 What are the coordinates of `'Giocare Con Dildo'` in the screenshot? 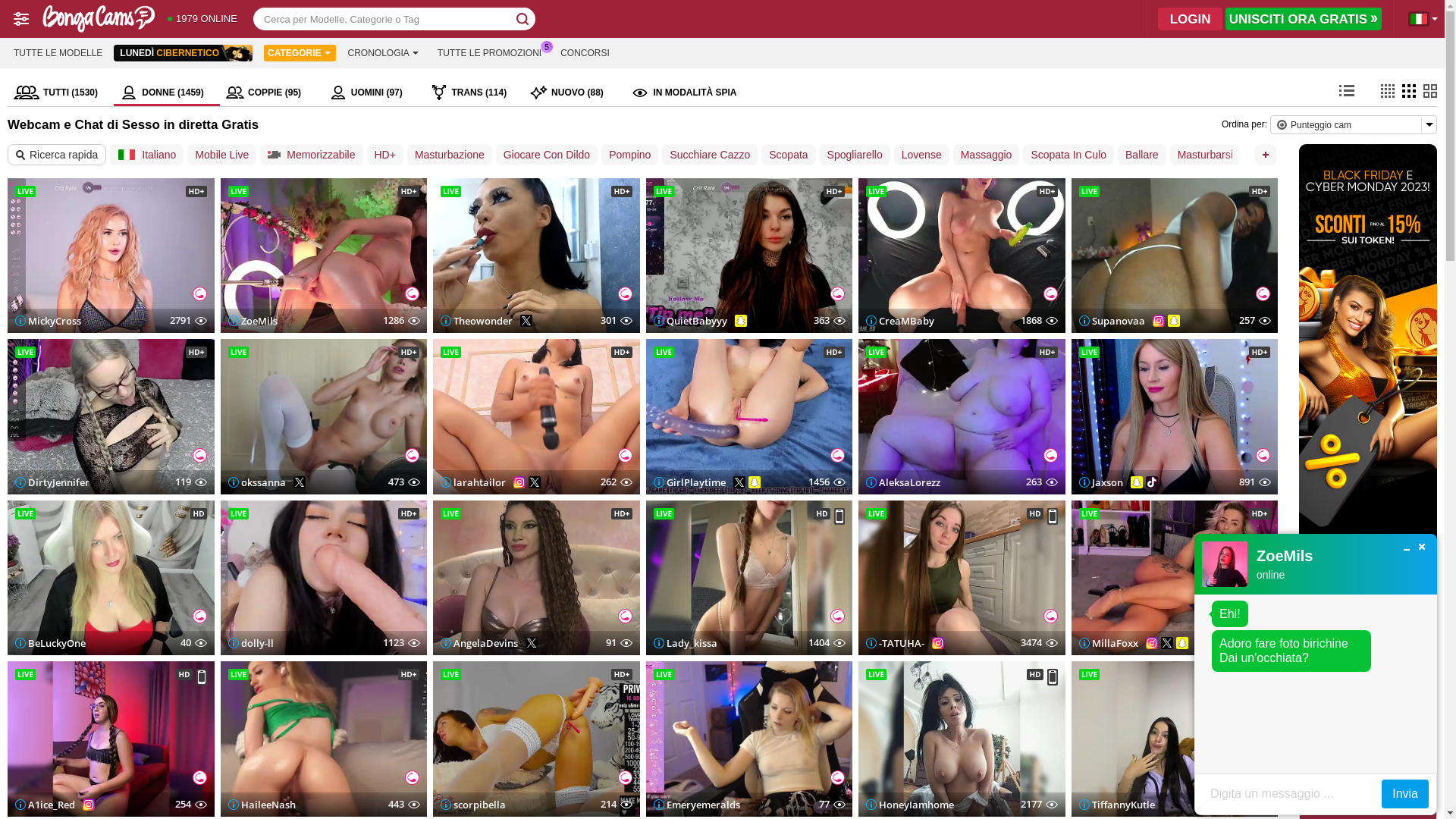 It's located at (546, 155).